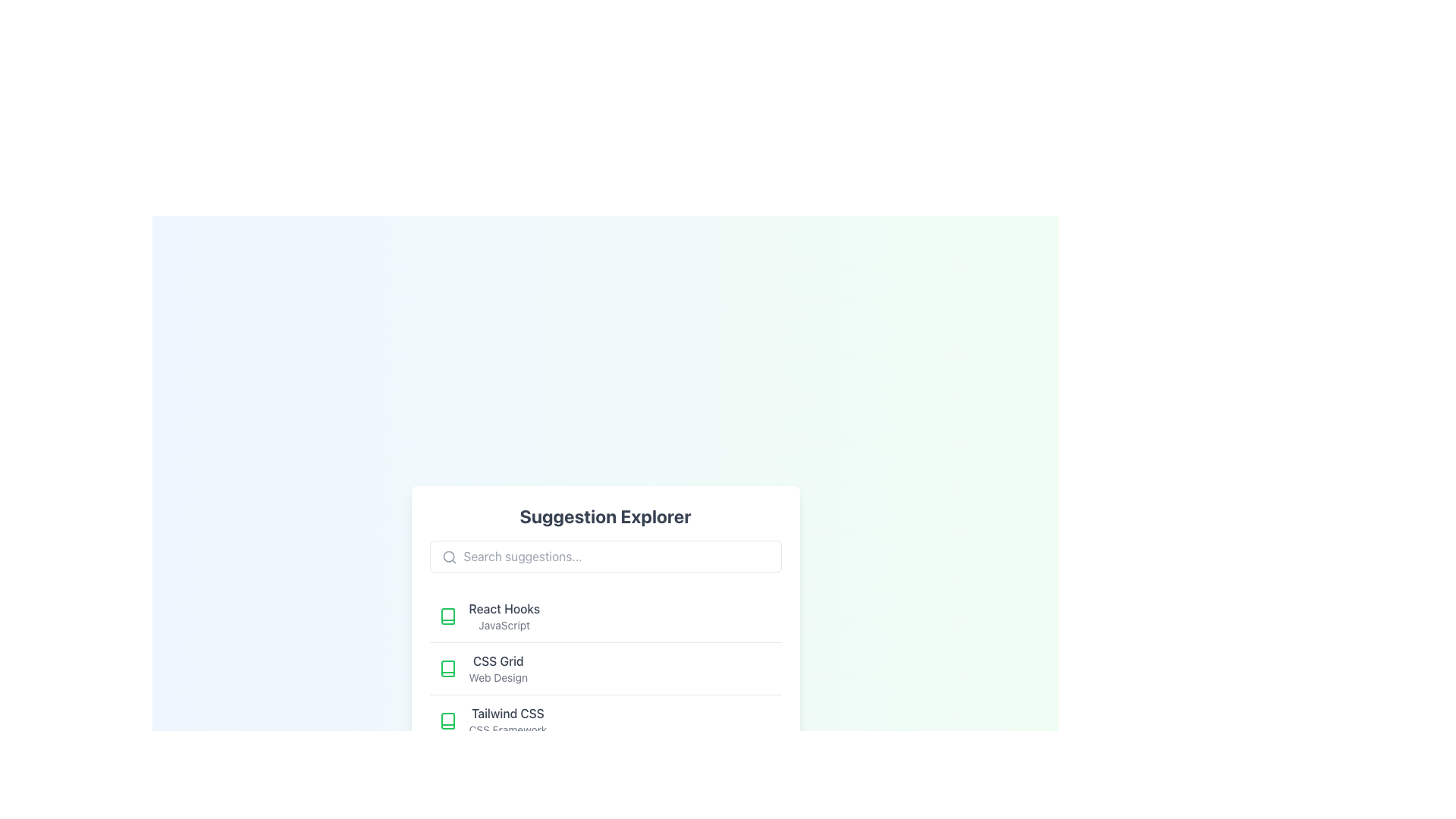 The image size is (1456, 819). Describe the element at coordinates (498, 660) in the screenshot. I see `text of the 'CSS Grid' title, which is the second suggestion in the list of suggestions under the 'Suggestion Explorer' search bar` at that location.